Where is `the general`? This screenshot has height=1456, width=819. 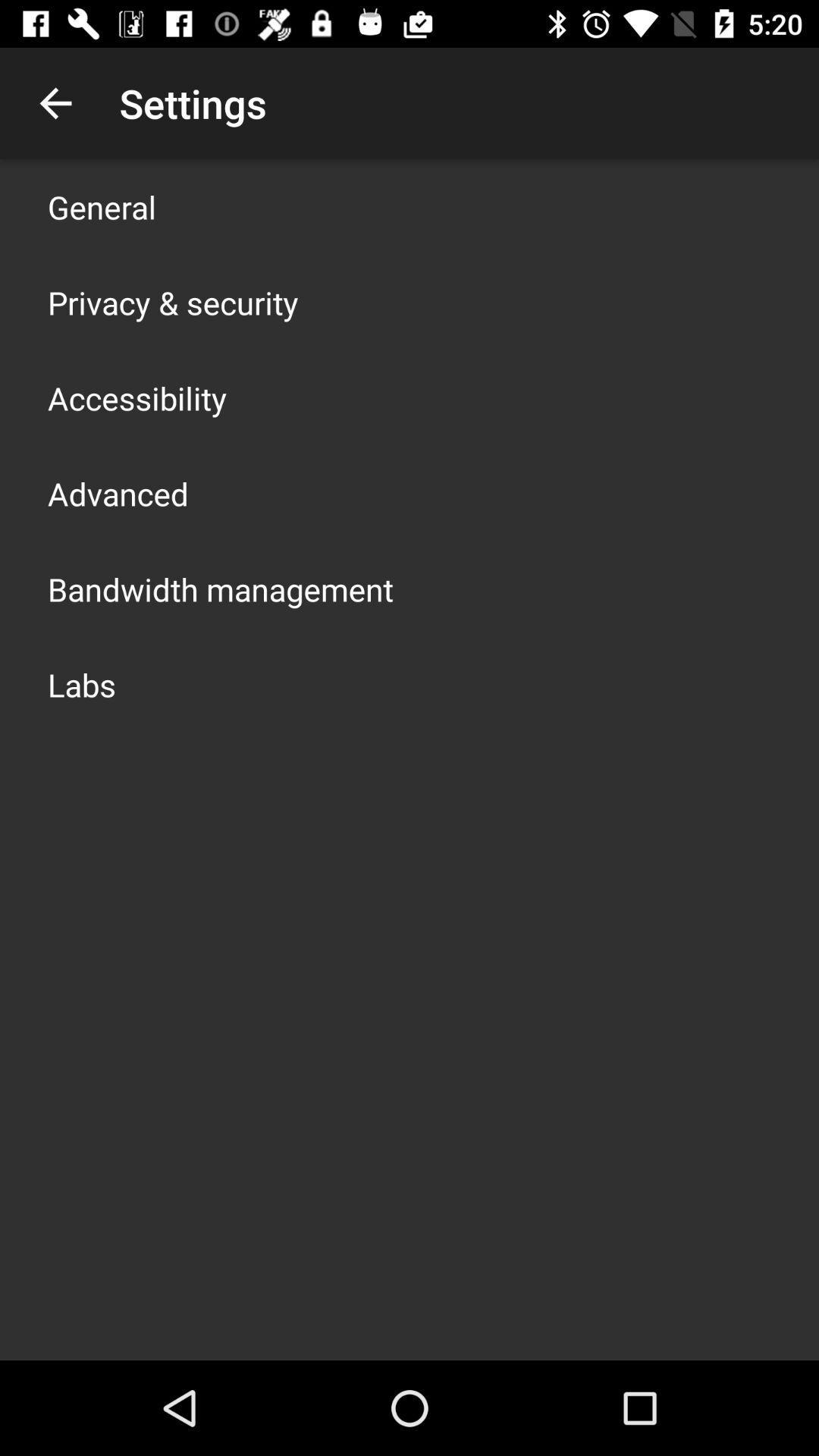
the general is located at coordinates (102, 206).